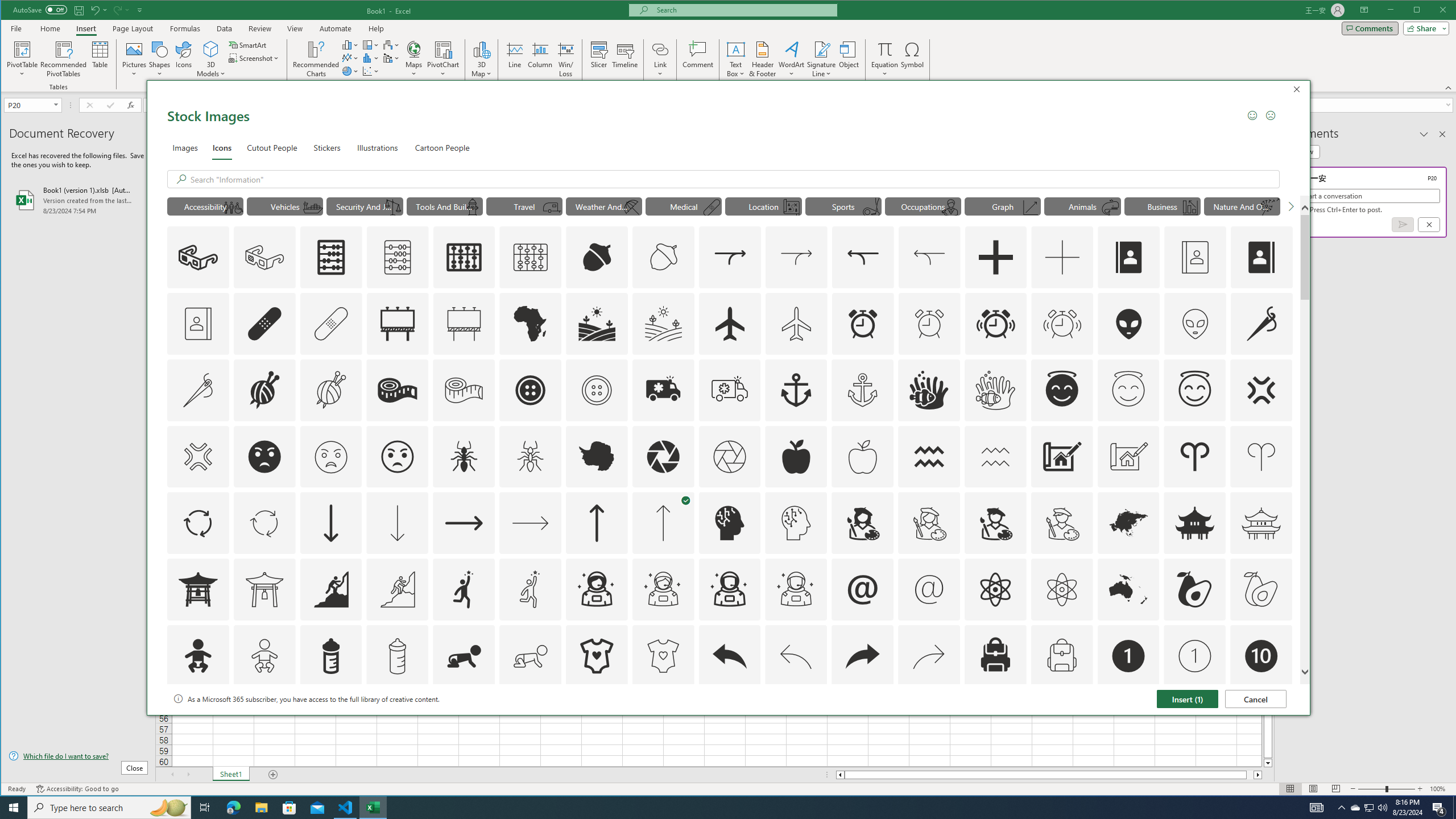 Image resolution: width=1456 pixels, height=819 pixels. What do you see at coordinates (1381, 806) in the screenshot?
I see `'Q2790: 100%'` at bounding box center [1381, 806].